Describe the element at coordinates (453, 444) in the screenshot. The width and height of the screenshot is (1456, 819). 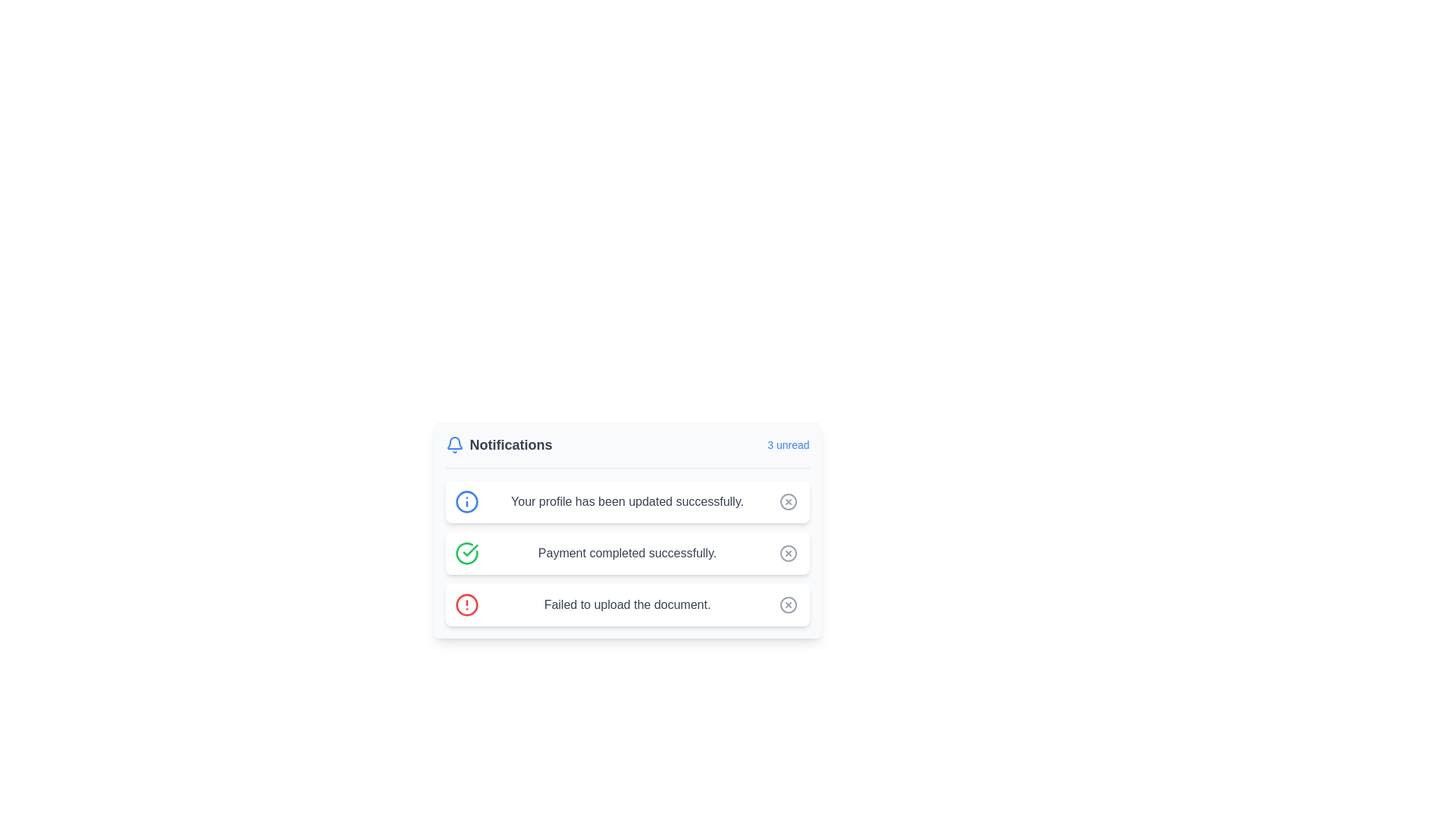
I see `the bell icon located at the leftmost side of the horizontal layout, which indicates notifications for new messages or updates` at that location.